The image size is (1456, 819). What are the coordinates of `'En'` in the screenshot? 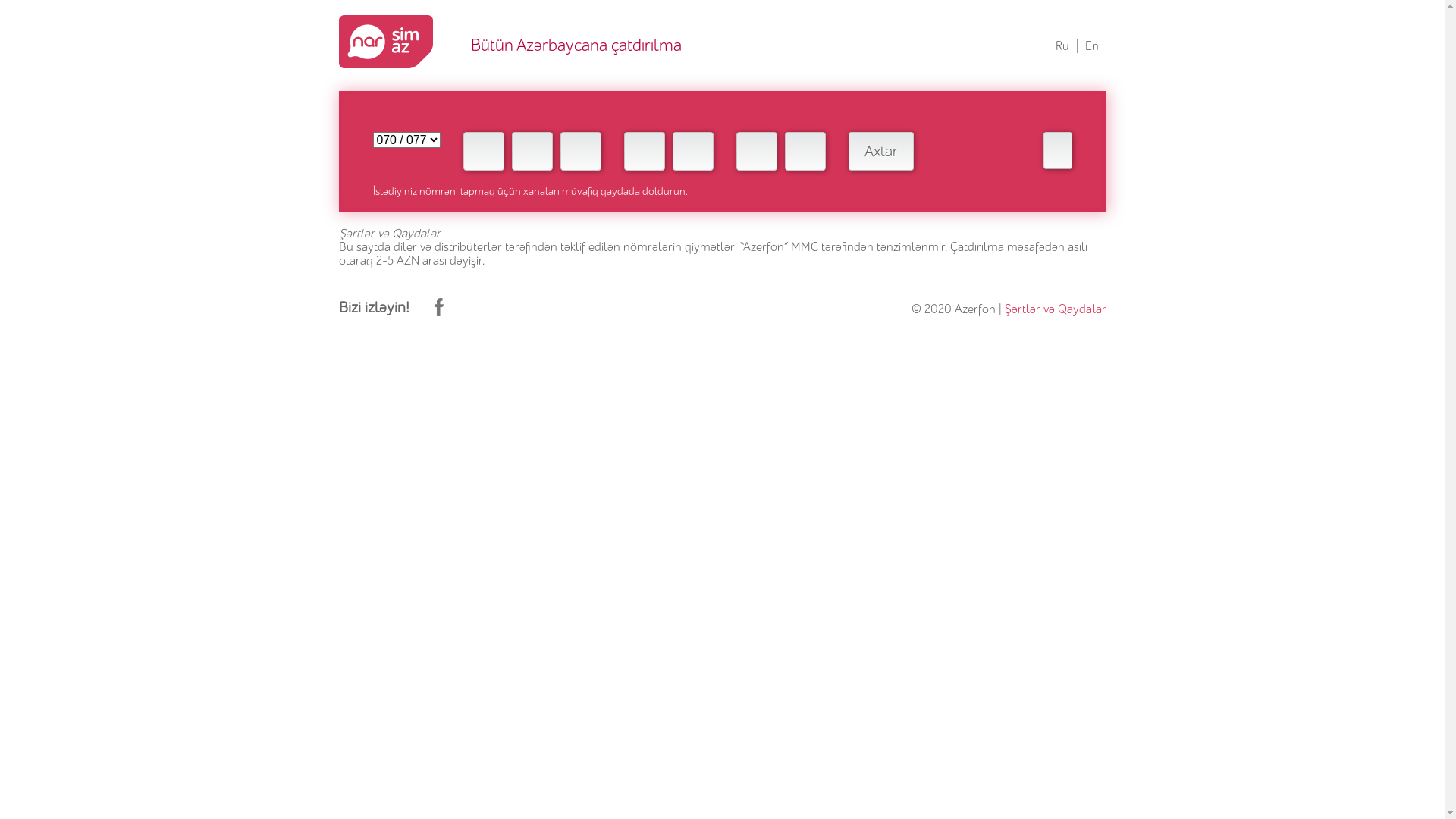 It's located at (1090, 45).